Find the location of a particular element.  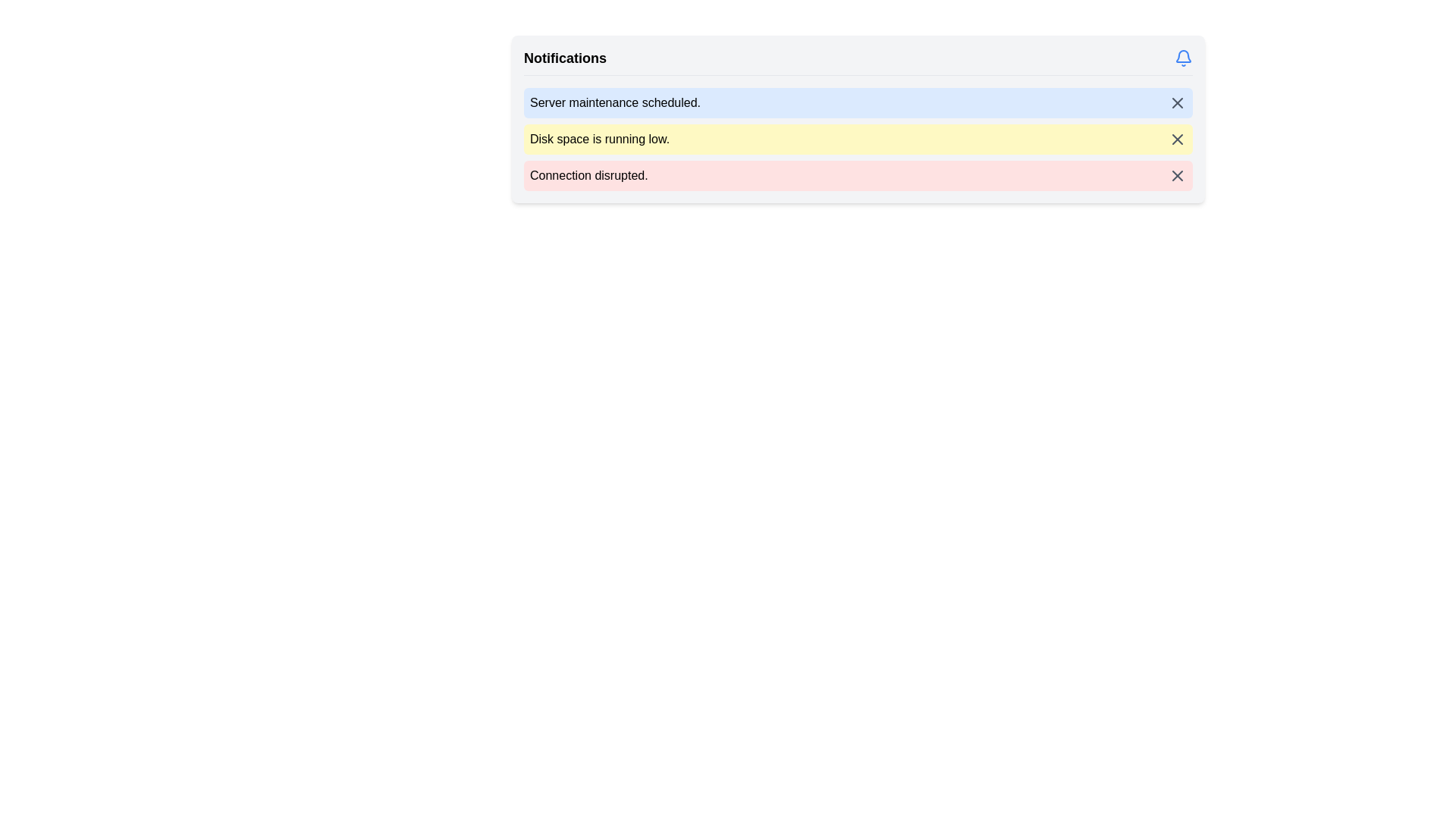

the 'Notifications' text label, which is prominently displayed in bold at the top of the notification area is located at coordinates (564, 58).